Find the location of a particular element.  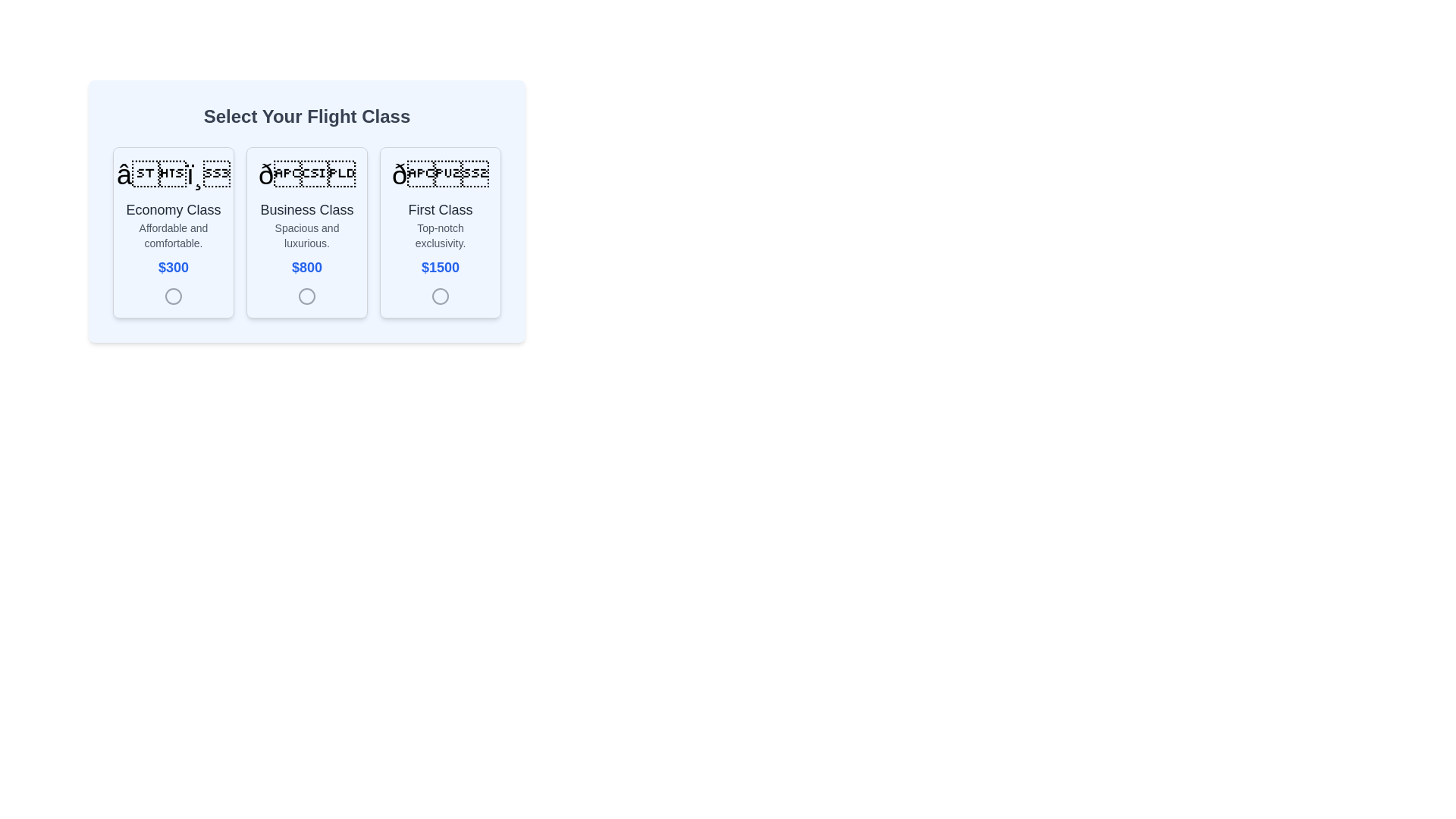

the textual label displaying 'Affordable and comfortable.' which is located below the 'Economy Class' text and above the price '$300' in the card for 'Economy Class' is located at coordinates (174, 236).